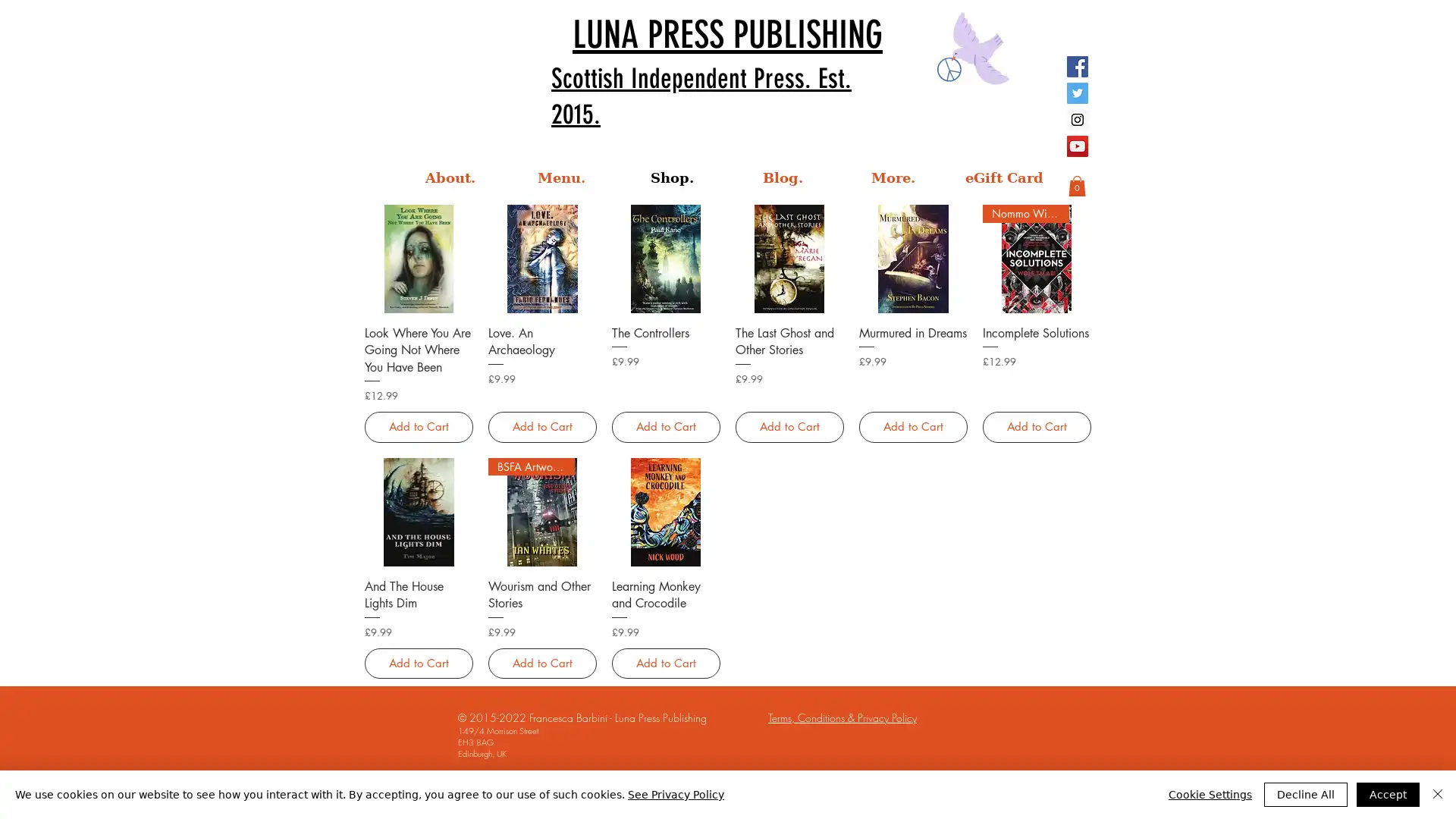 This screenshot has height=819, width=1456. What do you see at coordinates (541, 662) in the screenshot?
I see `Add to Cart` at bounding box center [541, 662].